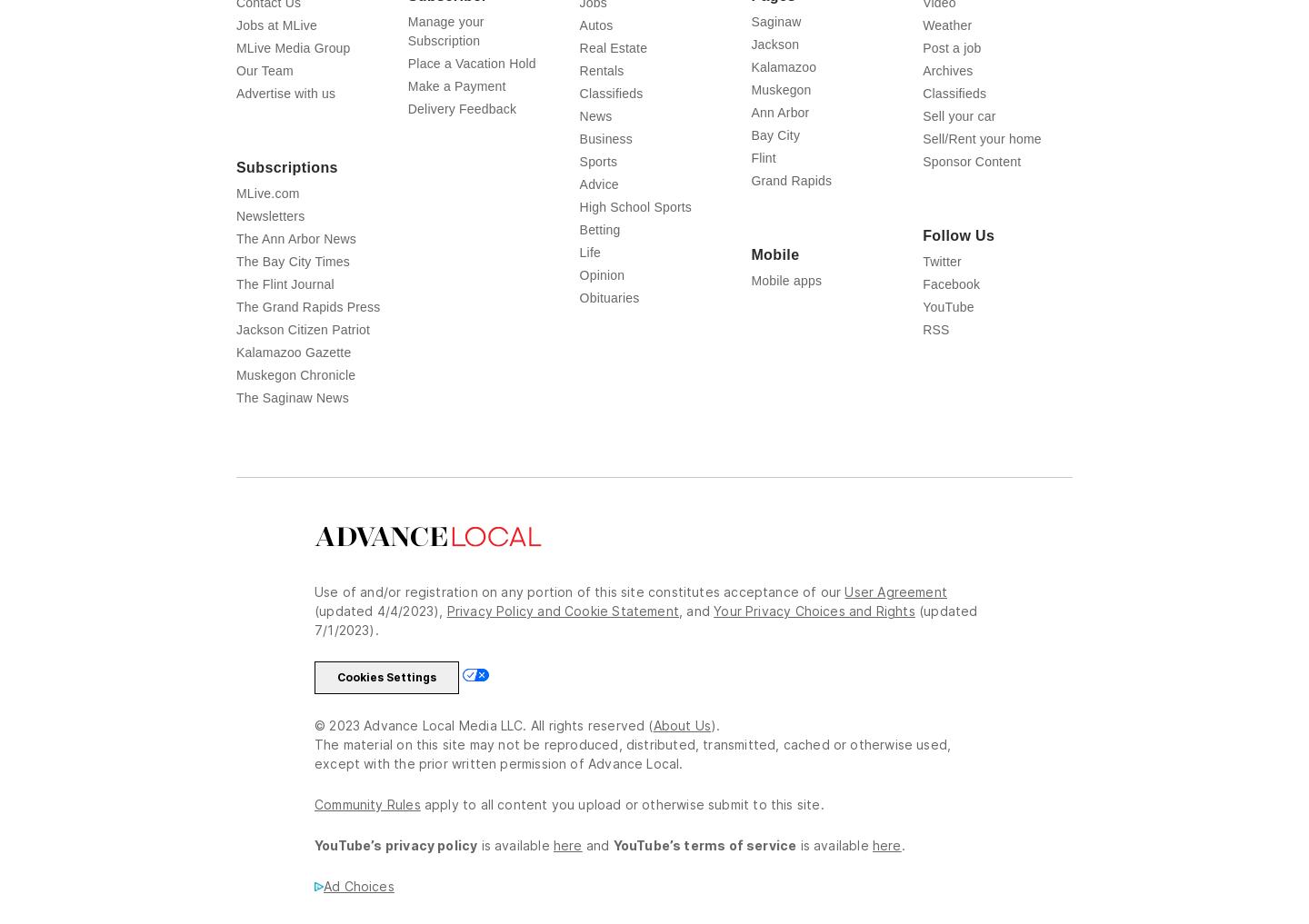 Image resolution: width=1309 pixels, height=924 pixels. Describe the element at coordinates (264, 71) in the screenshot. I see `'Our Team'` at that location.